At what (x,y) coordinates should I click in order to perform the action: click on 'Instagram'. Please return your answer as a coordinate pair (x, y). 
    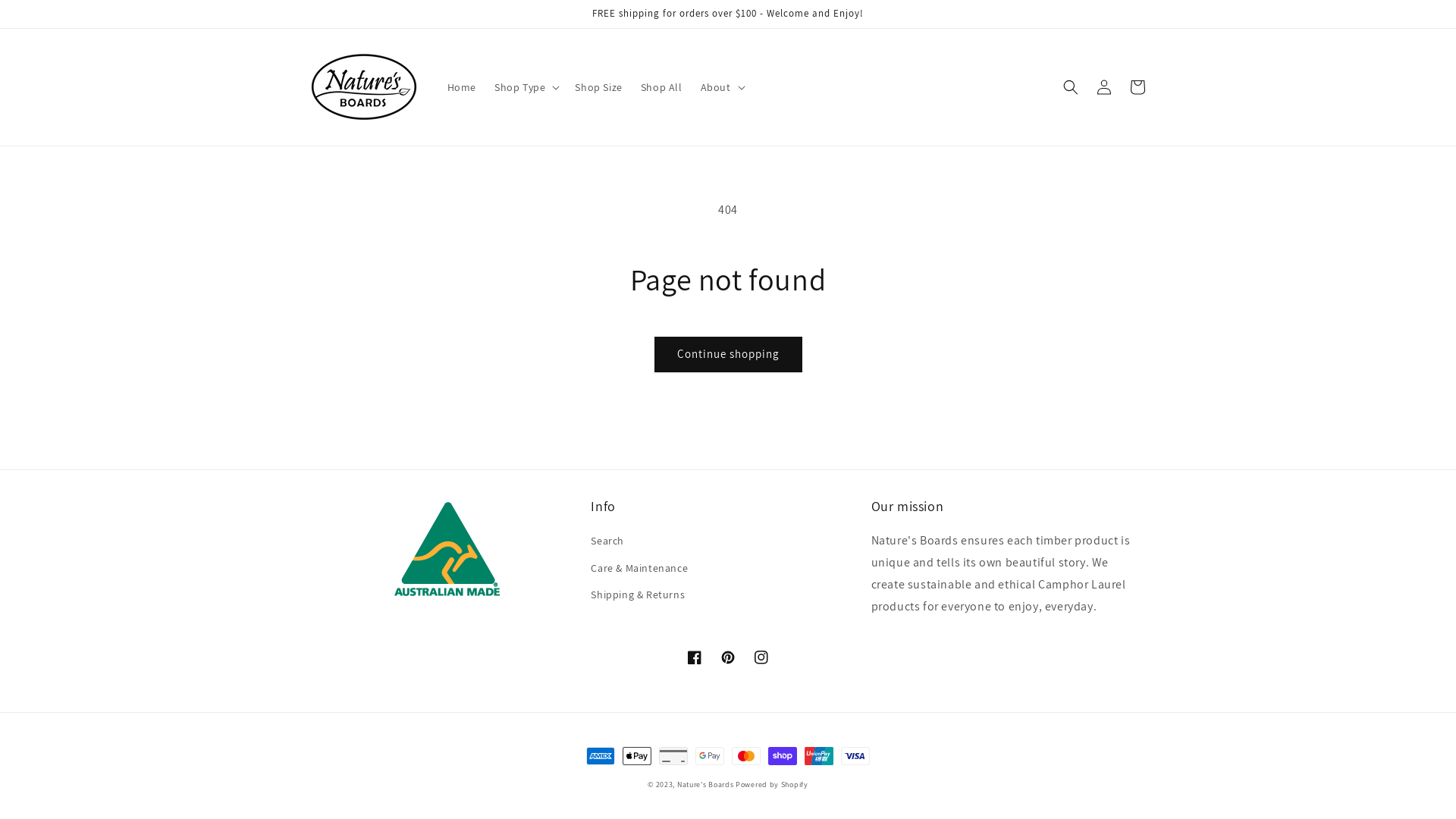
    Looking at the image, I should click on (761, 657).